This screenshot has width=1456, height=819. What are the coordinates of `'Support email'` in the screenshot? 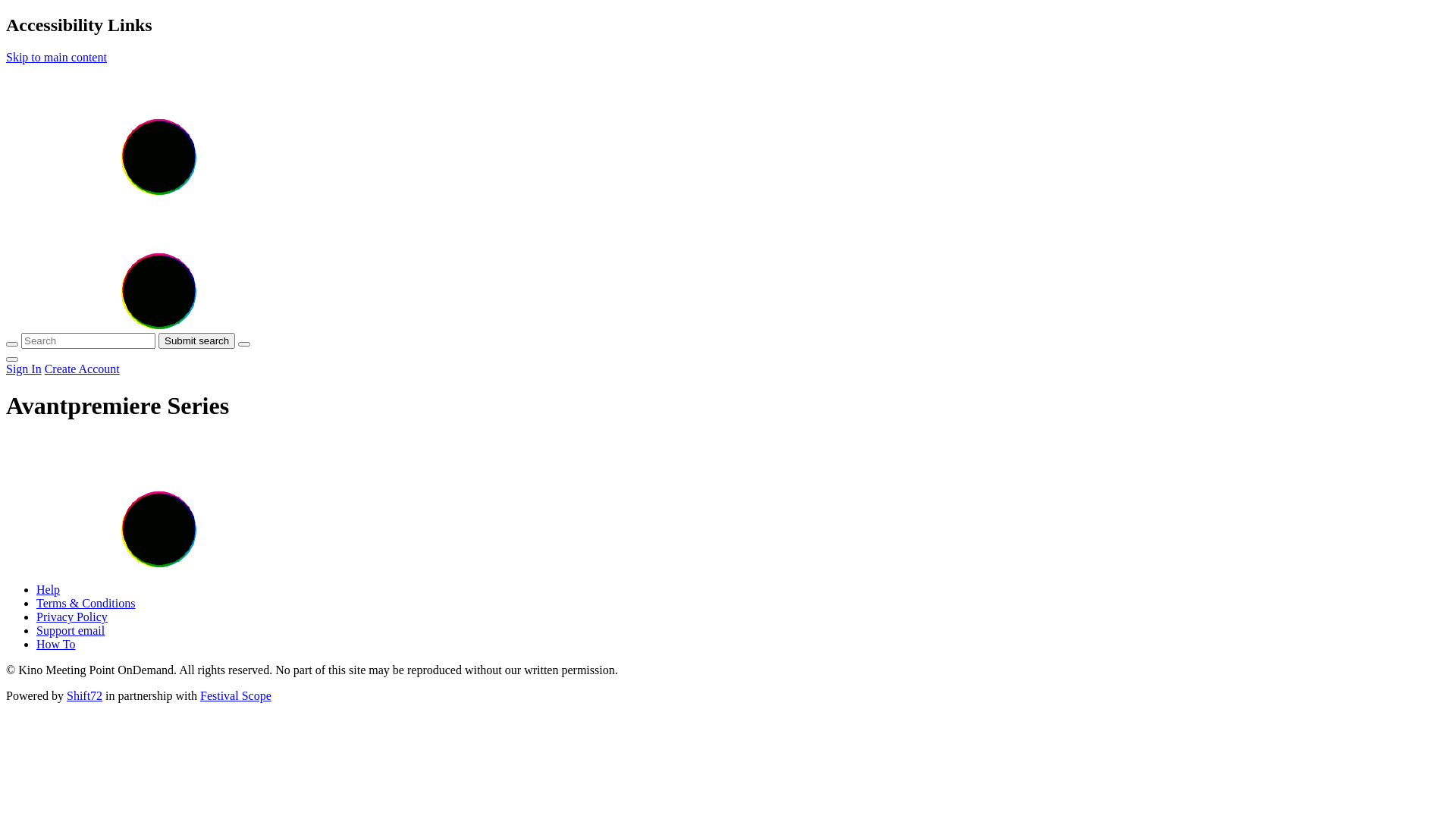 It's located at (69, 630).